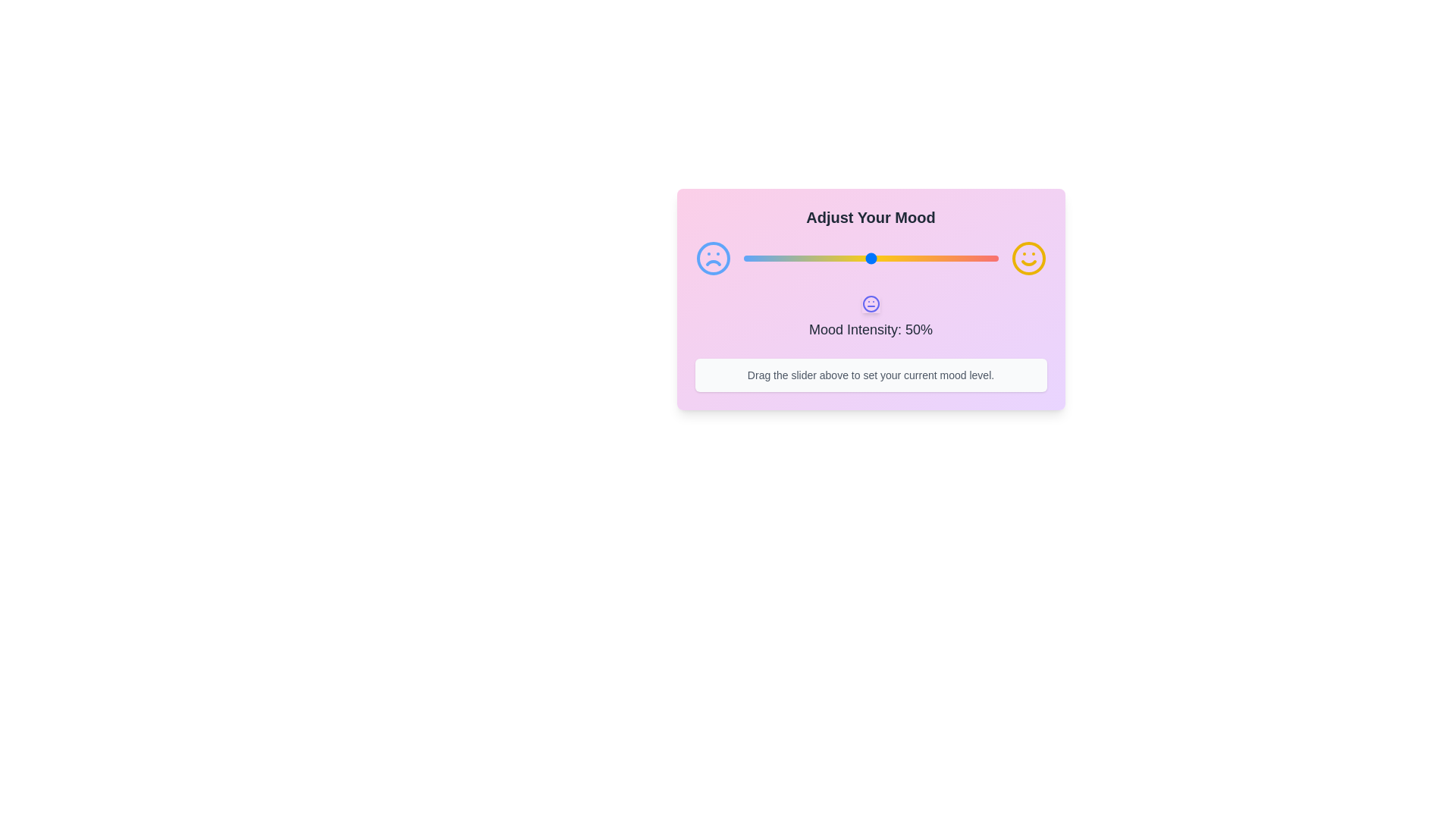 The image size is (1456, 819). I want to click on the smiley icon to observe visual effects, so click(1028, 257).